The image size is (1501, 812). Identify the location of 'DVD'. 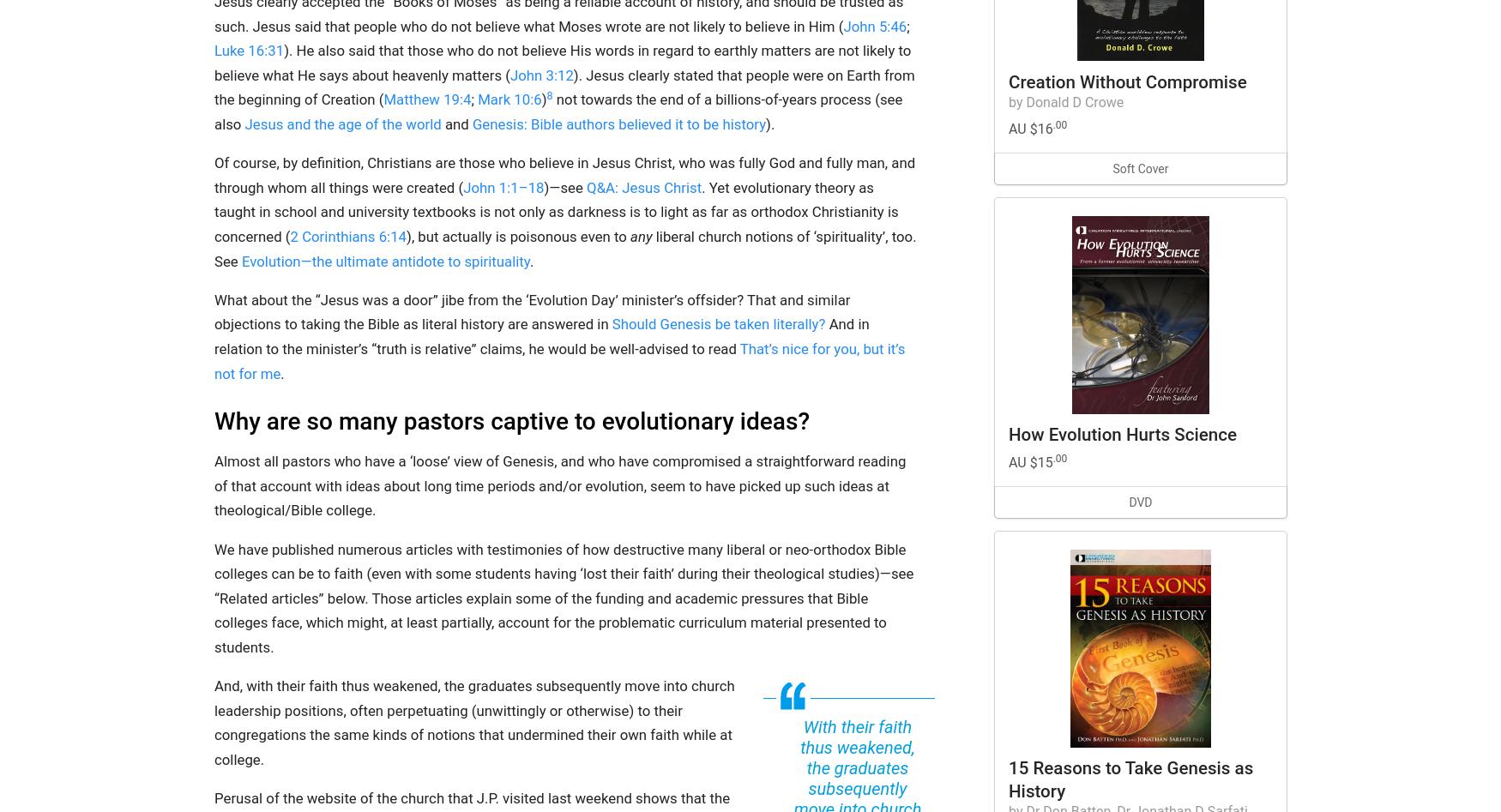
(1140, 501).